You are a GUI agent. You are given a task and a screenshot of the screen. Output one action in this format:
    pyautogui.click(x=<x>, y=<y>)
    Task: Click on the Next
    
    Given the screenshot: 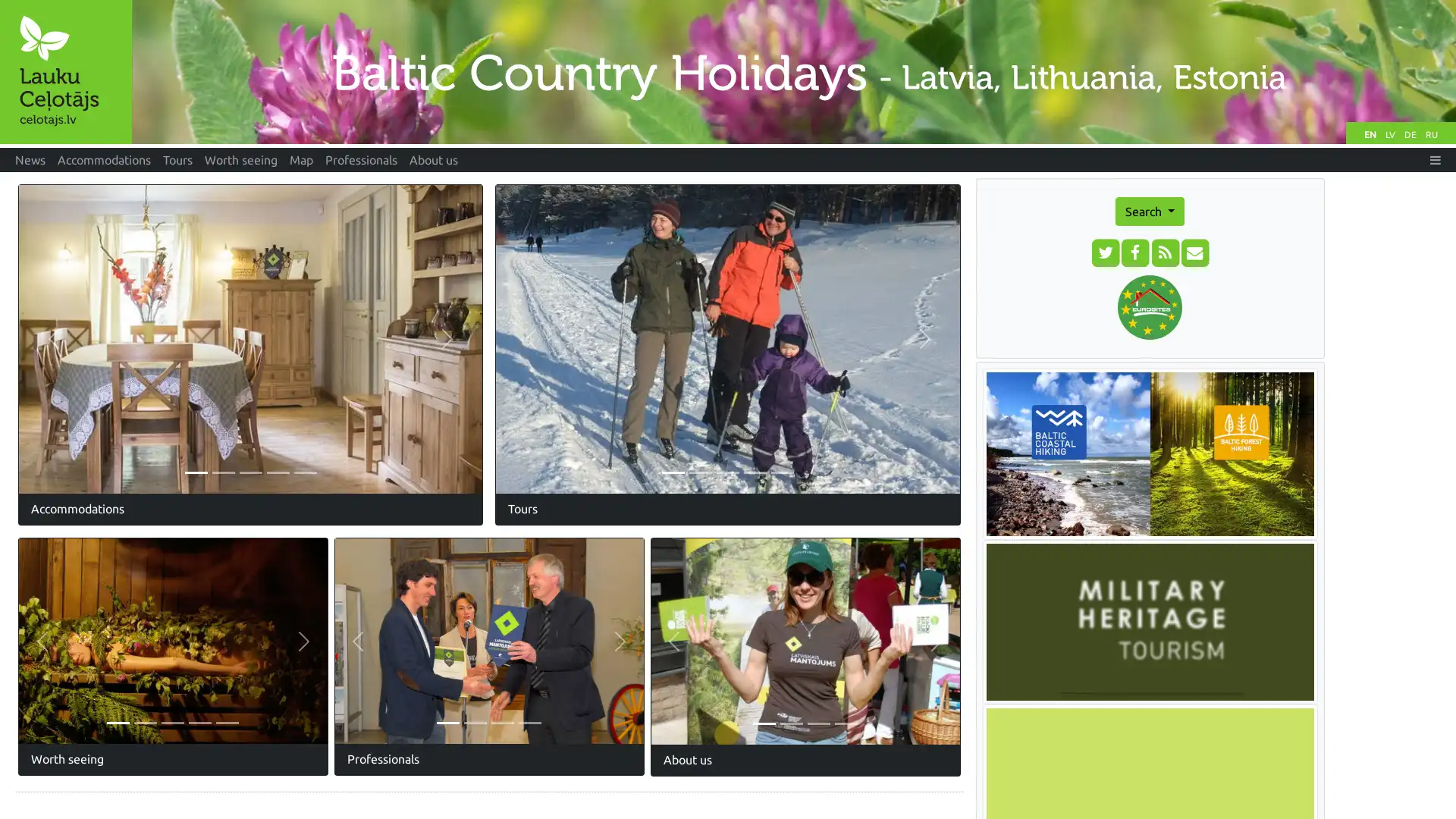 What is the action you would take?
    pyautogui.click(x=447, y=338)
    